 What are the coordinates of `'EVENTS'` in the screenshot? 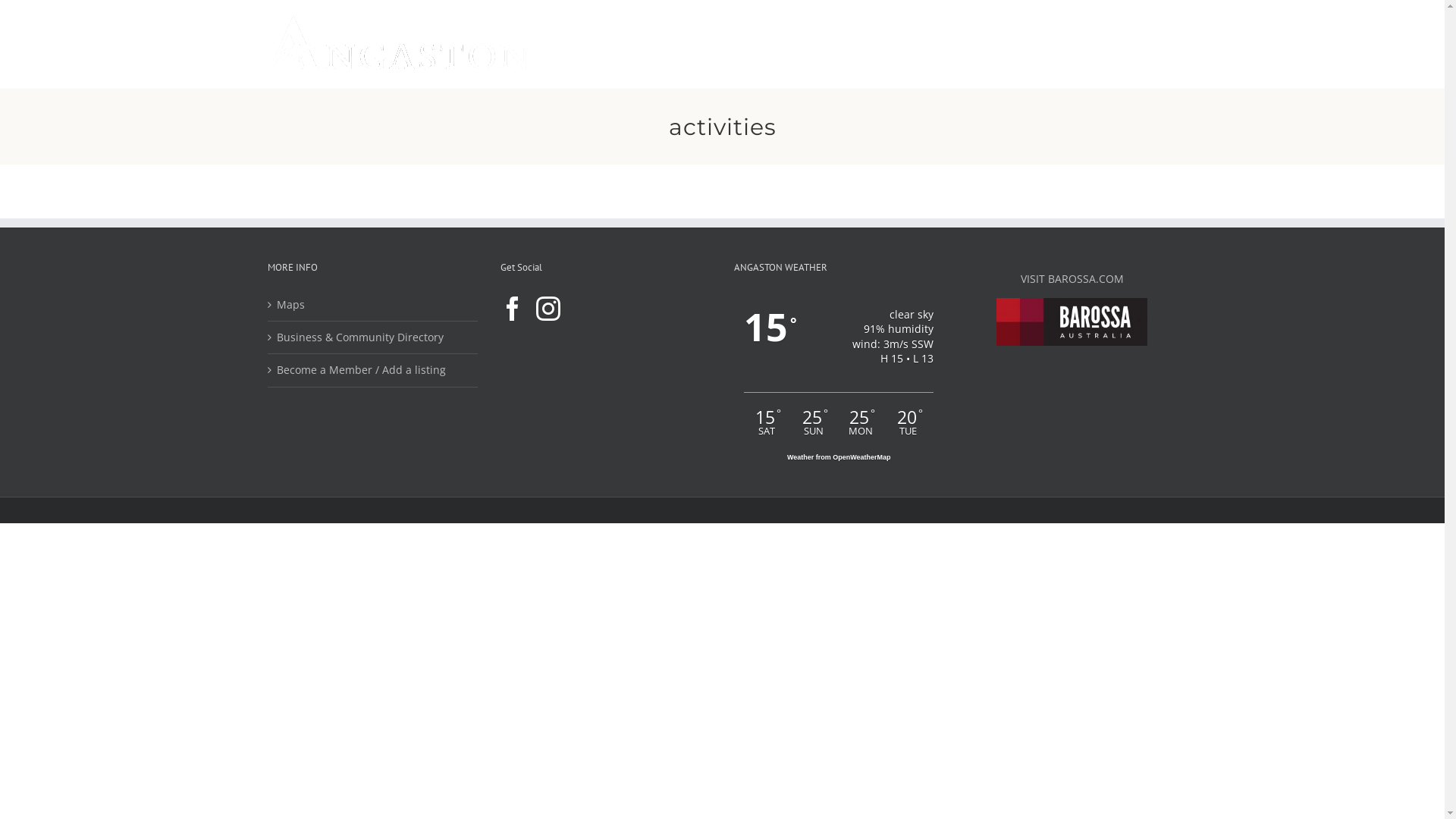 It's located at (1031, 43).